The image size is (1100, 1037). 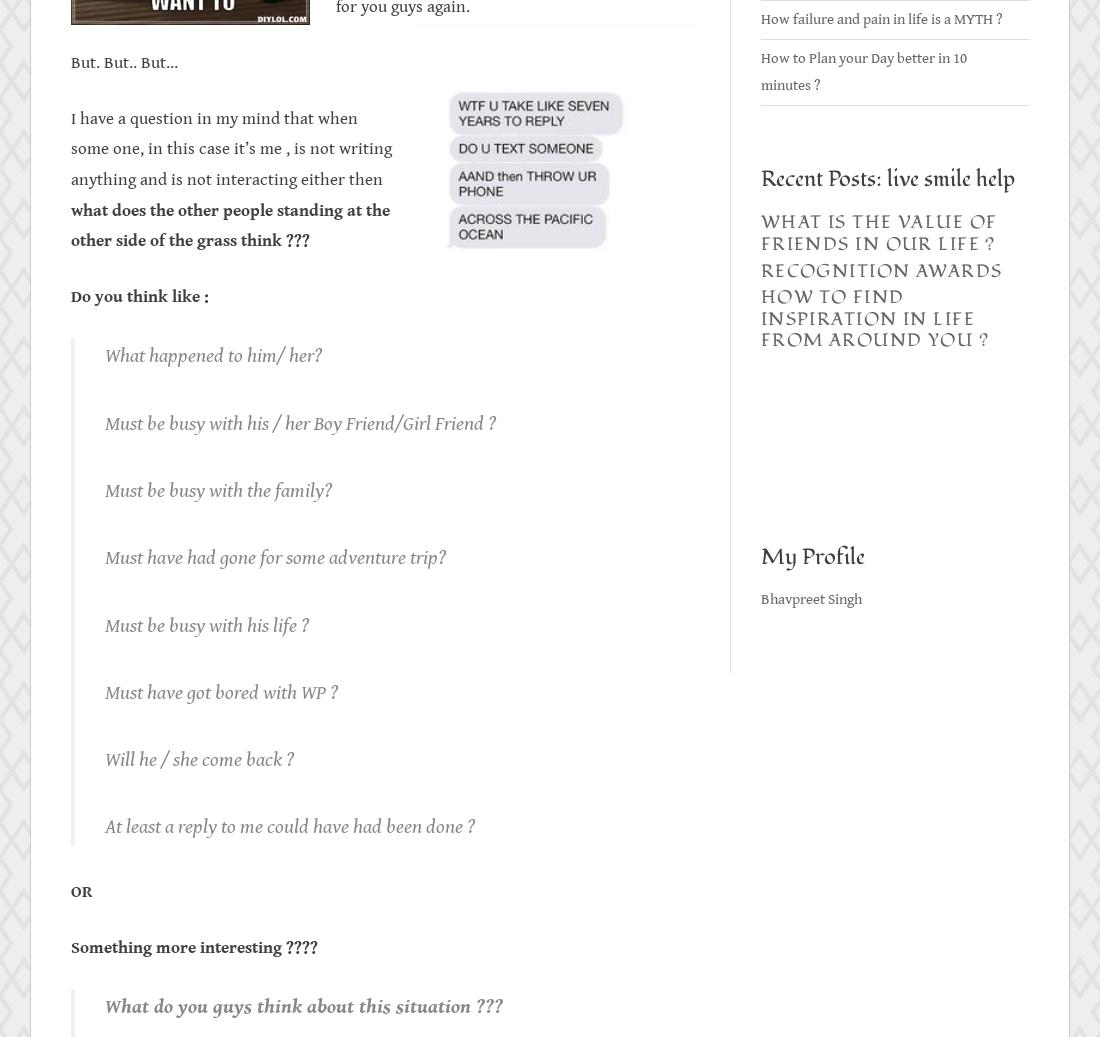 I want to click on 'Do you think like :', so click(x=139, y=295).